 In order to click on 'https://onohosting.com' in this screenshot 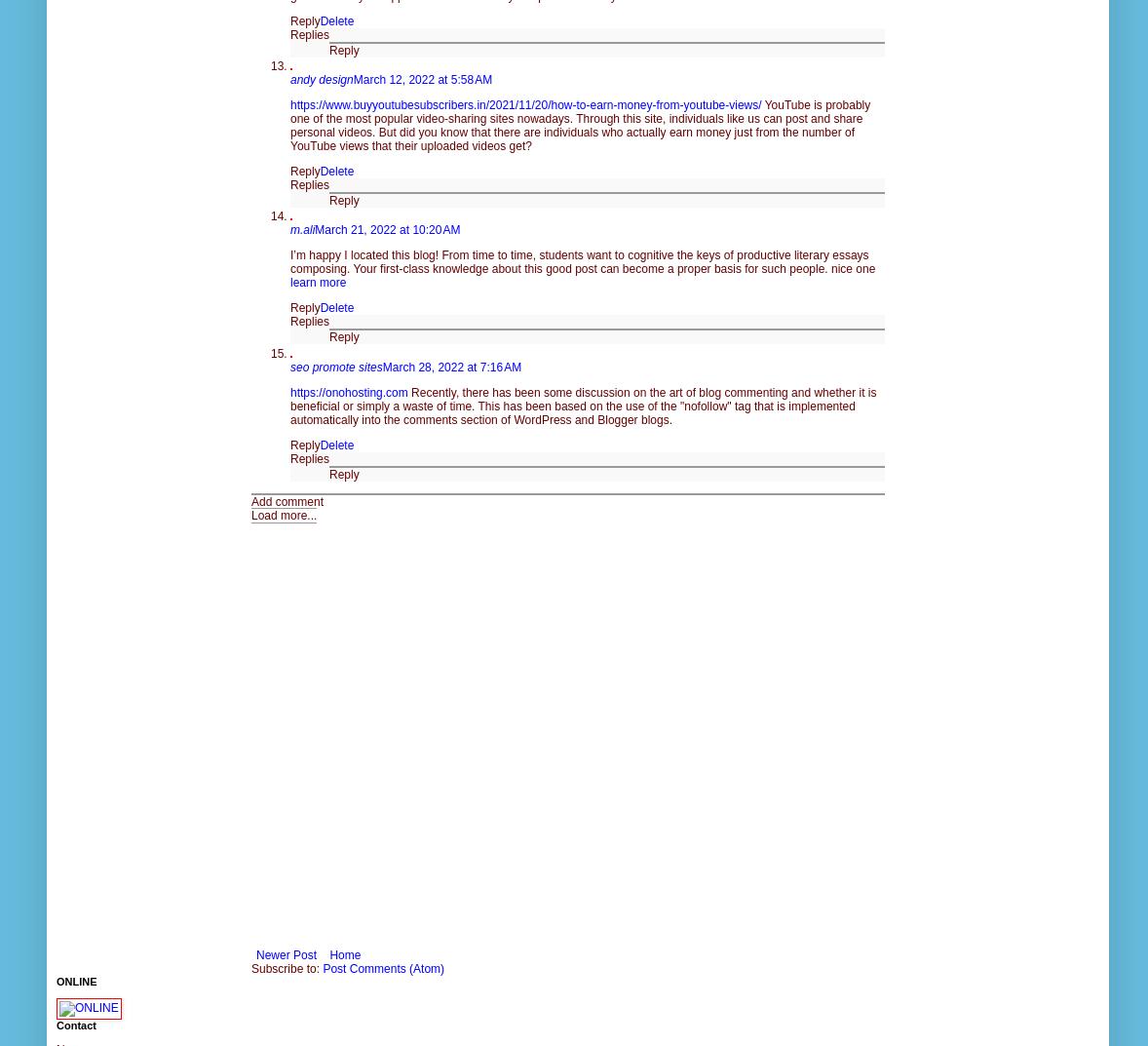, I will do `click(348, 391)`.